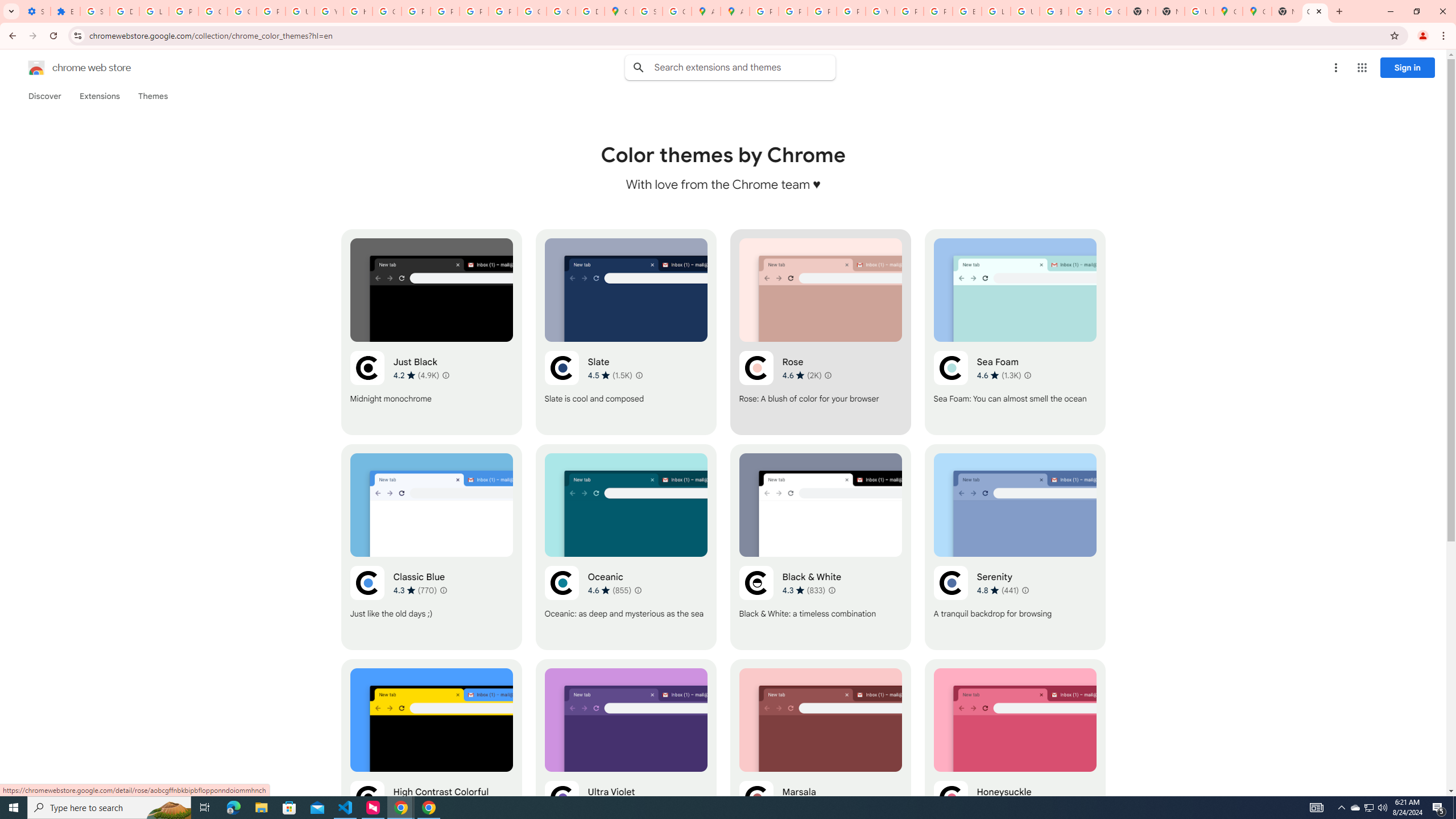  I want to click on 'Average rating 4.8 out of 5 stars. 441 ratings.', so click(997, 590).